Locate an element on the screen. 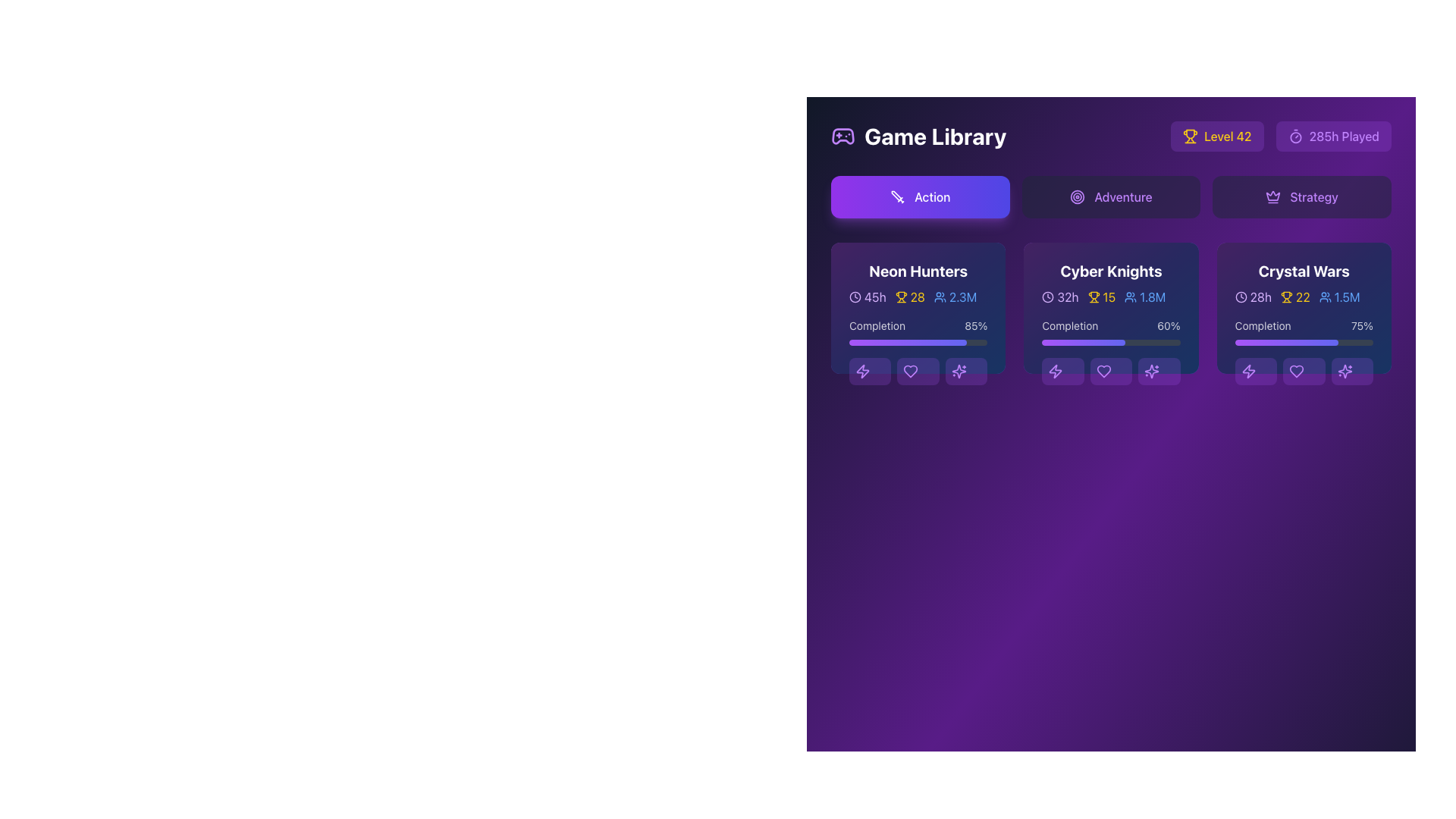 Image resolution: width=1456 pixels, height=819 pixels. the leftmost action button icon in the 'Crystal Wars' section of the third card is located at coordinates (1248, 371).